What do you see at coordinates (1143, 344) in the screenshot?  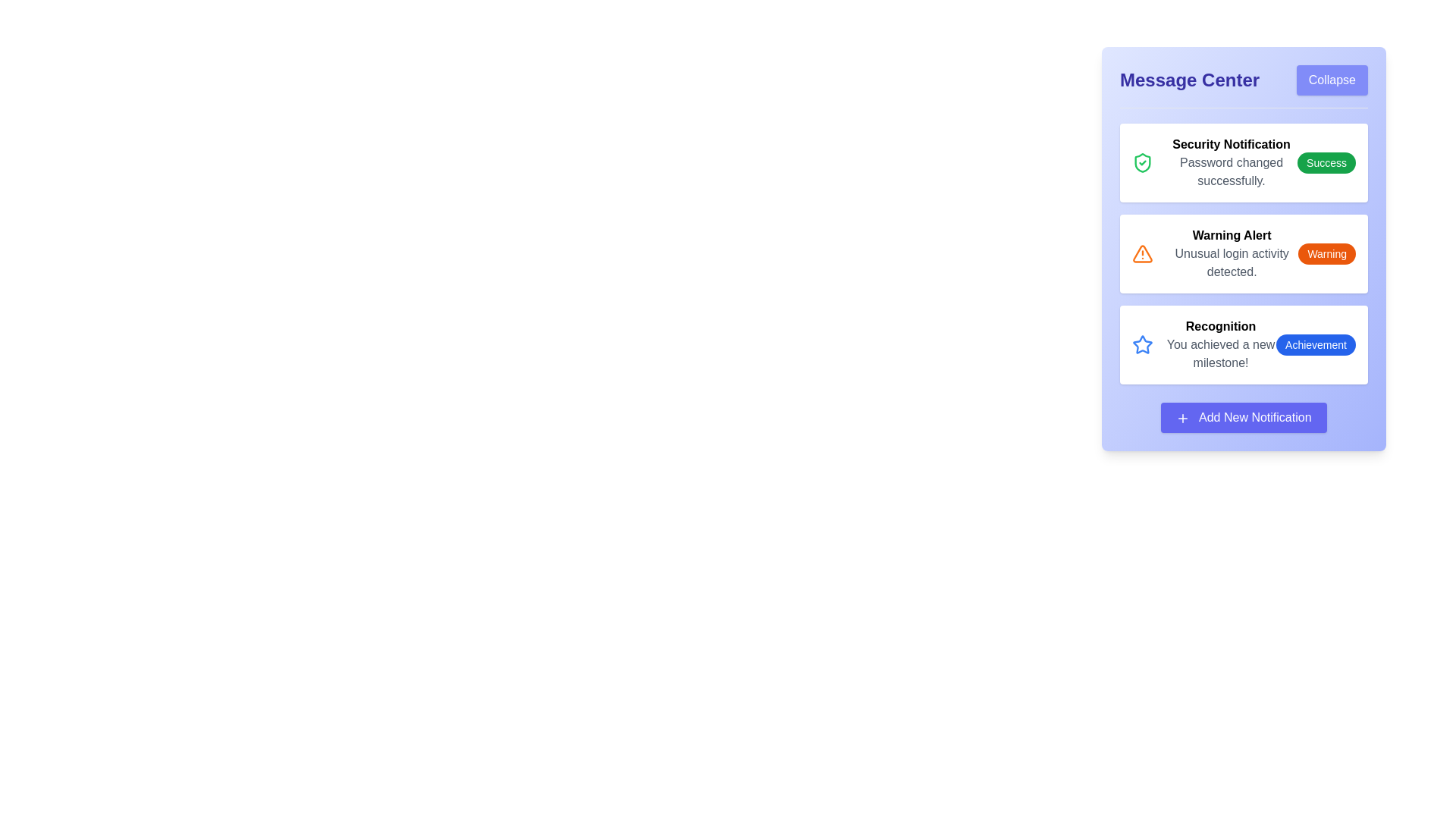 I see `the blue star icon outlined with a white inner fill that is located within the 'Recognition' notification card in the 'Message Center'` at bounding box center [1143, 344].